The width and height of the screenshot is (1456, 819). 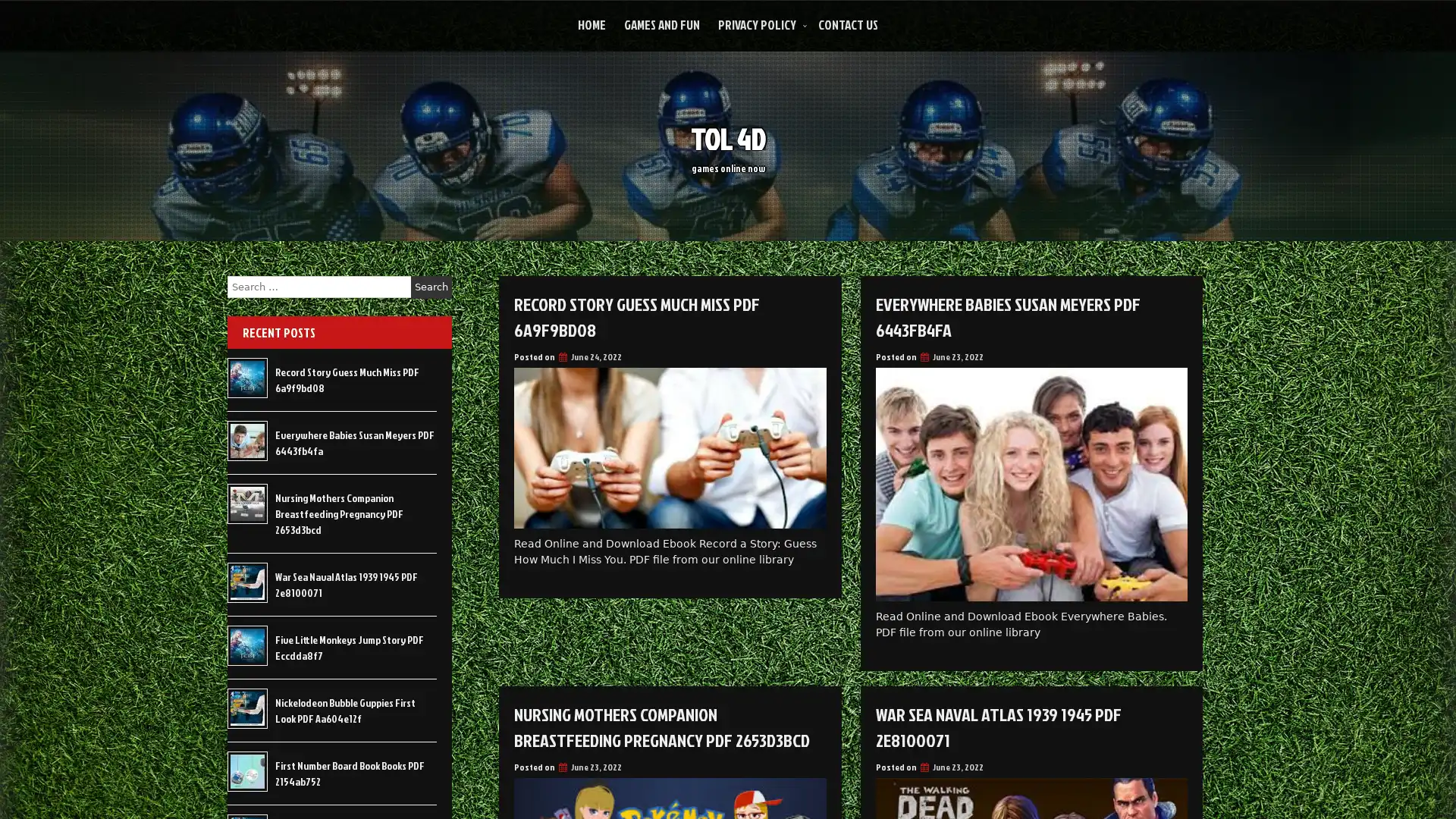 What do you see at coordinates (431, 287) in the screenshot?
I see `Search` at bounding box center [431, 287].